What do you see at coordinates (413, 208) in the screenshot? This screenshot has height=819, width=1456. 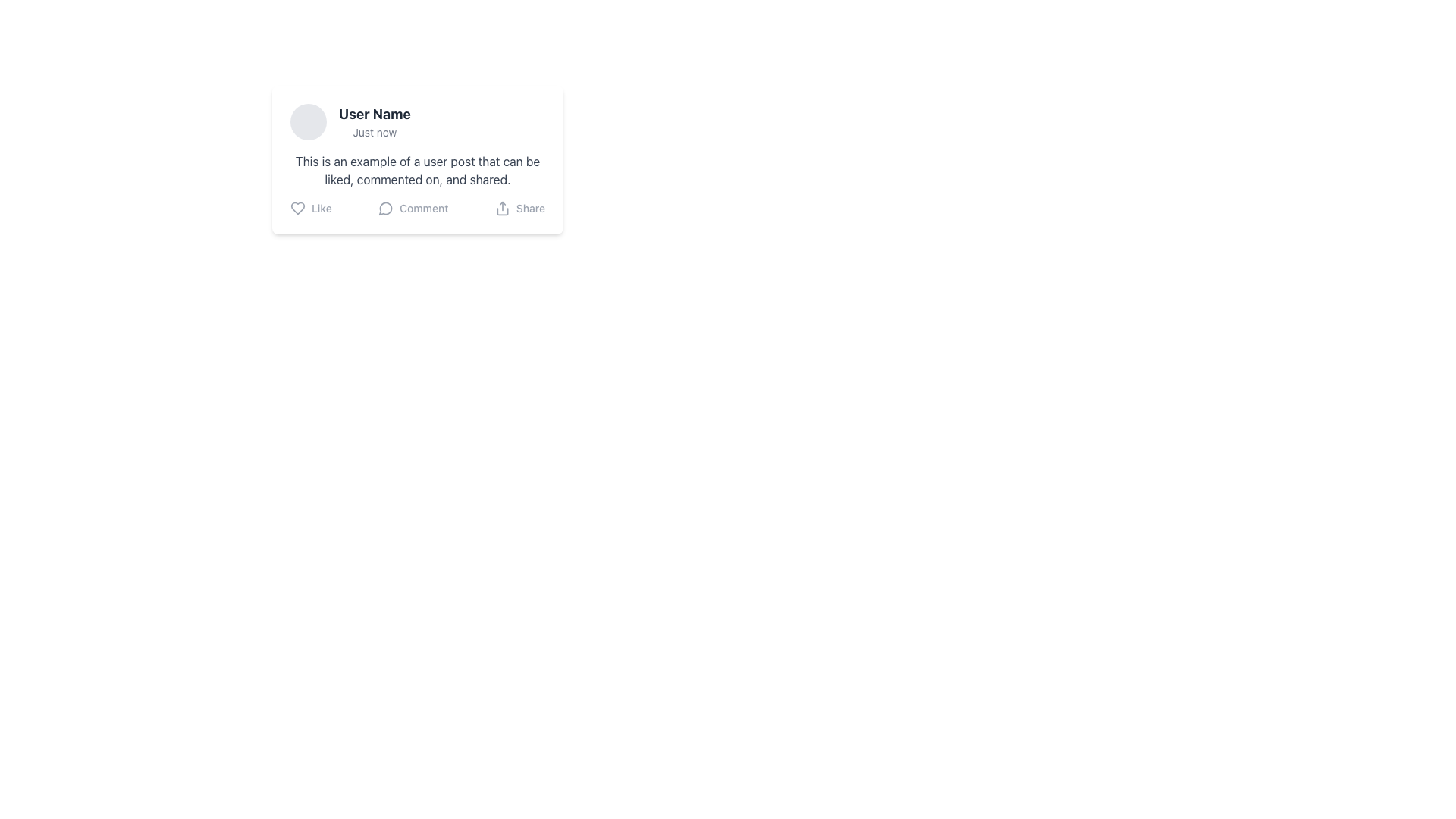 I see `the 'Comment' button, which has a gray speech bubble icon and is located centrally between the 'Like' and 'Share' buttons under the user's post` at bounding box center [413, 208].